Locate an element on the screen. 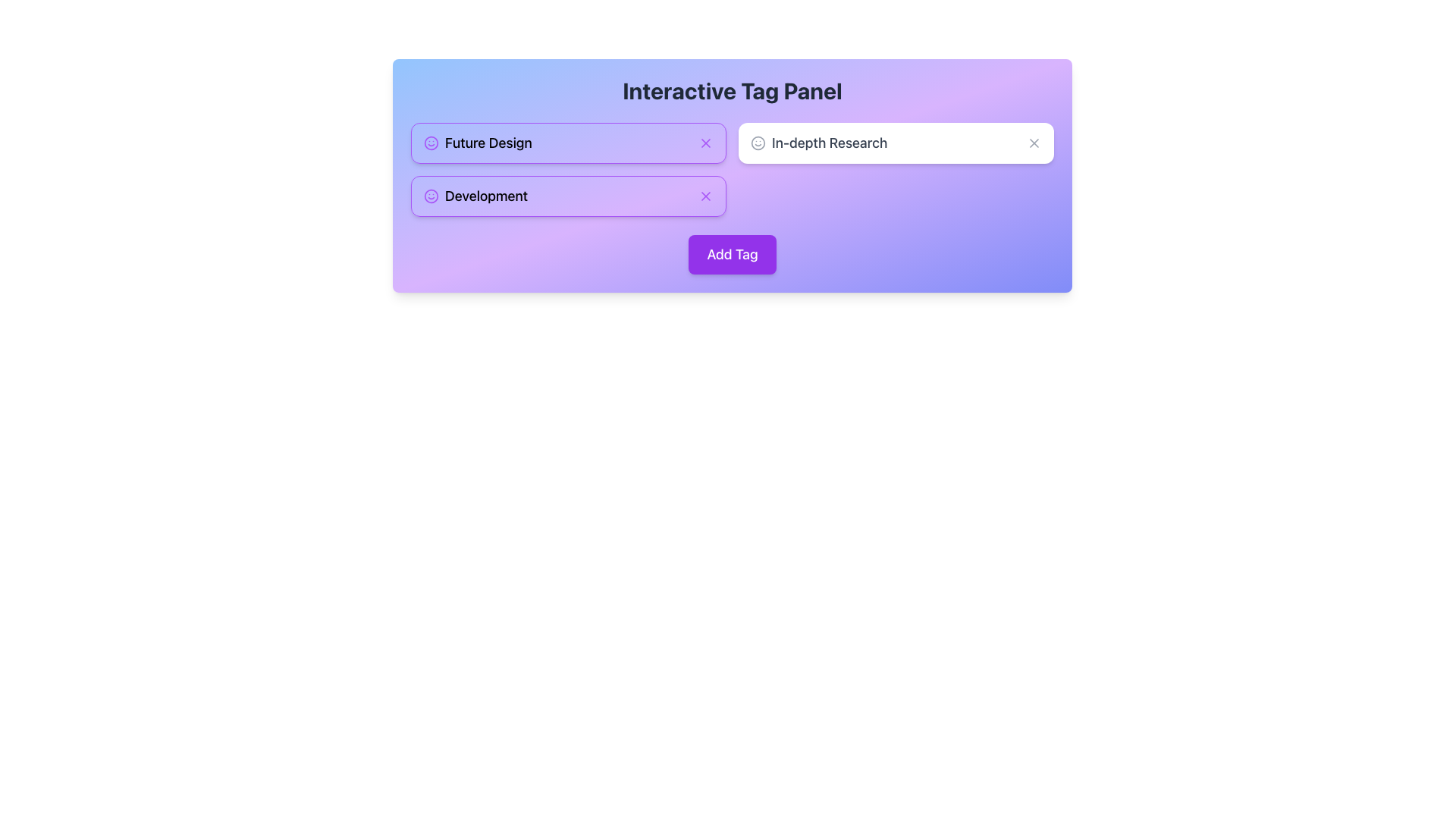 This screenshot has height=819, width=1456. the circular outline of the 'Development' tag icon, which is styled in purple and has a consistent stroke thickness is located at coordinates (431, 195).